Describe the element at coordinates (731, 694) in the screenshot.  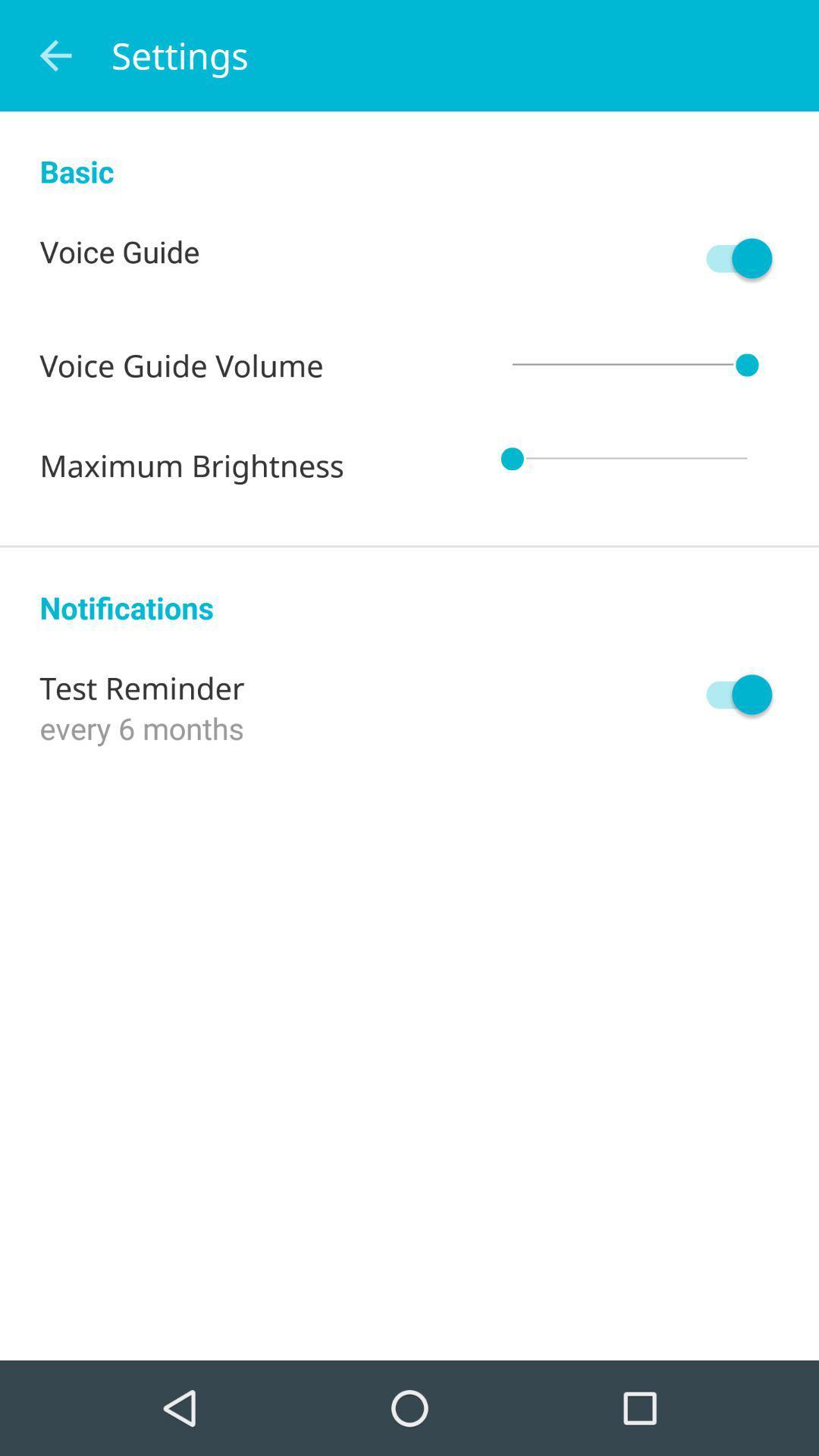
I see `the notification area describe the test reminder in every 6 months before that we have to toggle` at that location.